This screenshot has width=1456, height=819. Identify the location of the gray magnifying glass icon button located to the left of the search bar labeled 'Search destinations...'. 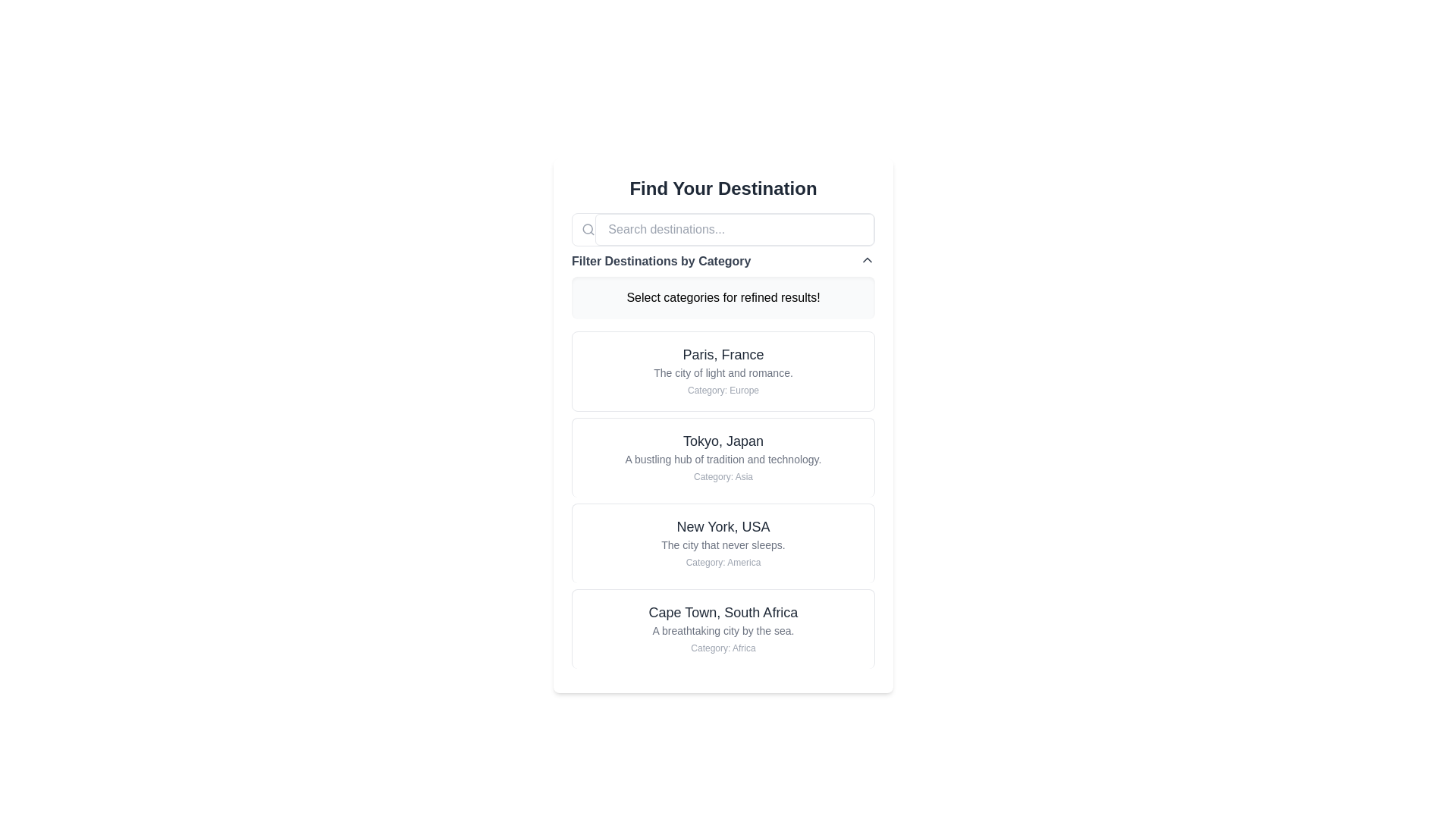
(588, 230).